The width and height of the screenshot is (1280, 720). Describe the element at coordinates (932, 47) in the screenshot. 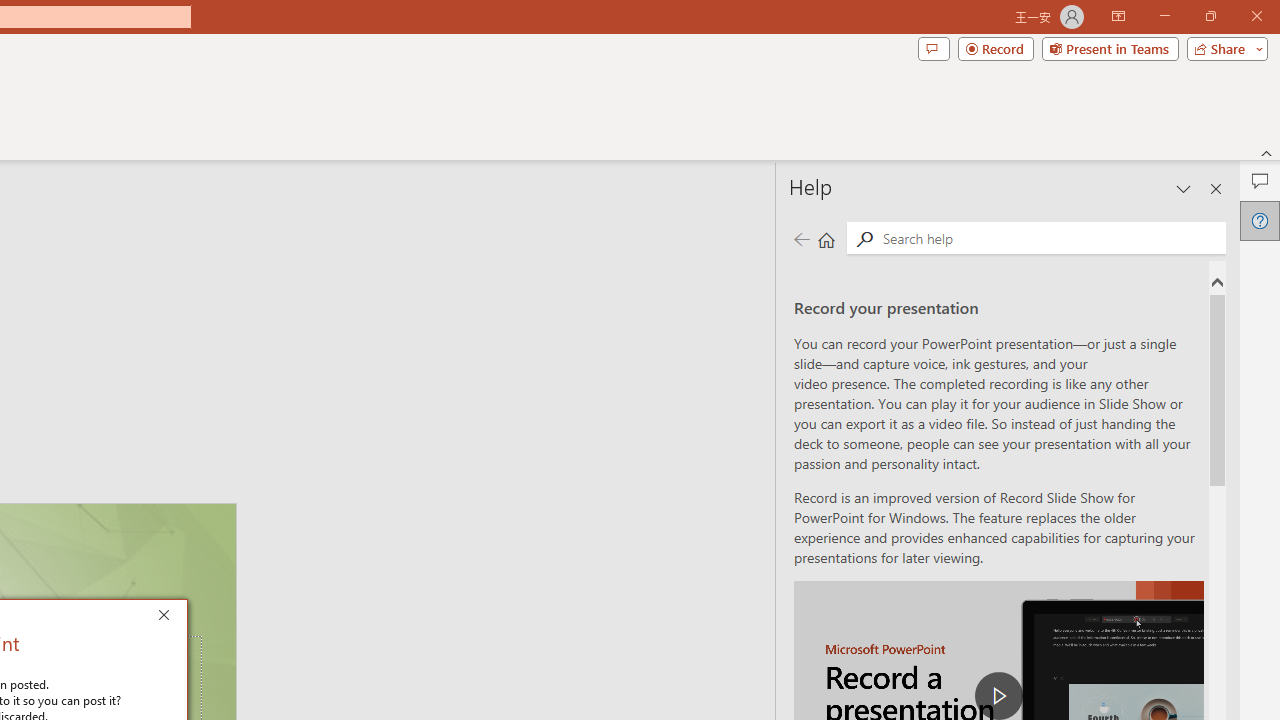

I see `'Comments'` at that location.